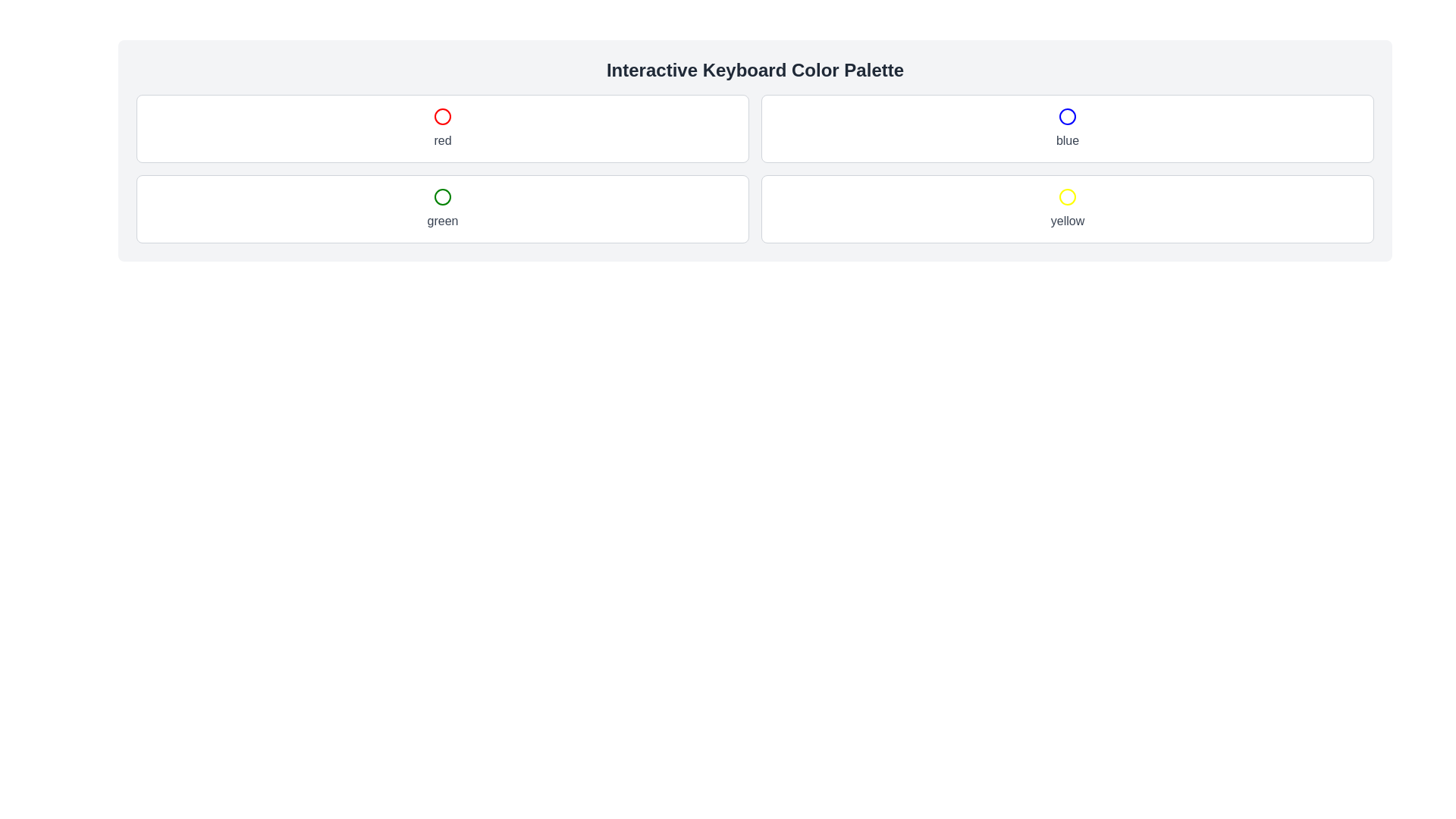 The image size is (1456, 819). What do you see at coordinates (442, 209) in the screenshot?
I see `the interactive card or option button with a white background and a green outlined circular icon labeled 'green' in gray text, located in the lower-left section of the grid` at bounding box center [442, 209].